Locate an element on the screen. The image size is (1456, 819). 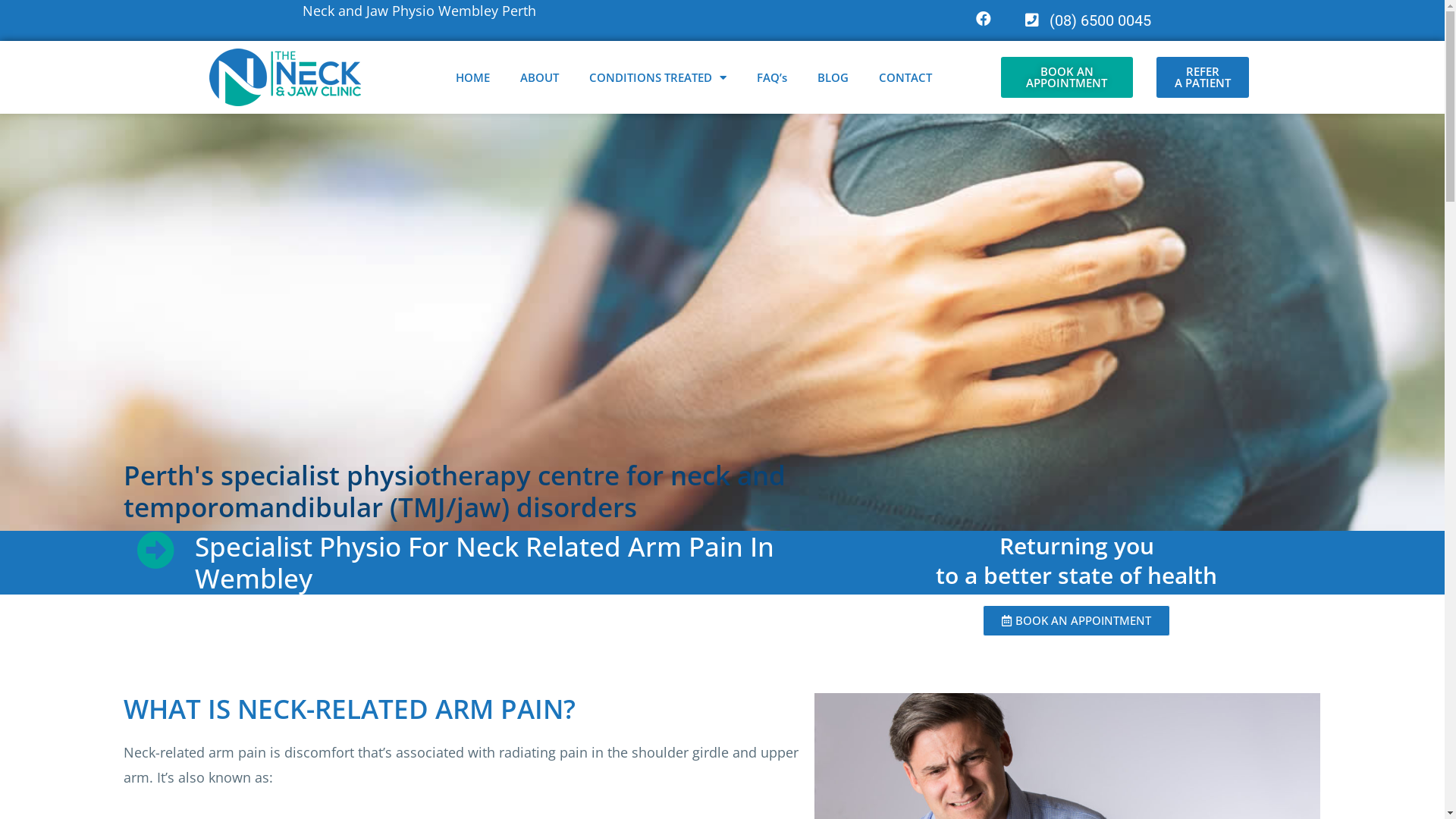
'CONDITIONS TREATED' is located at coordinates (657, 77).